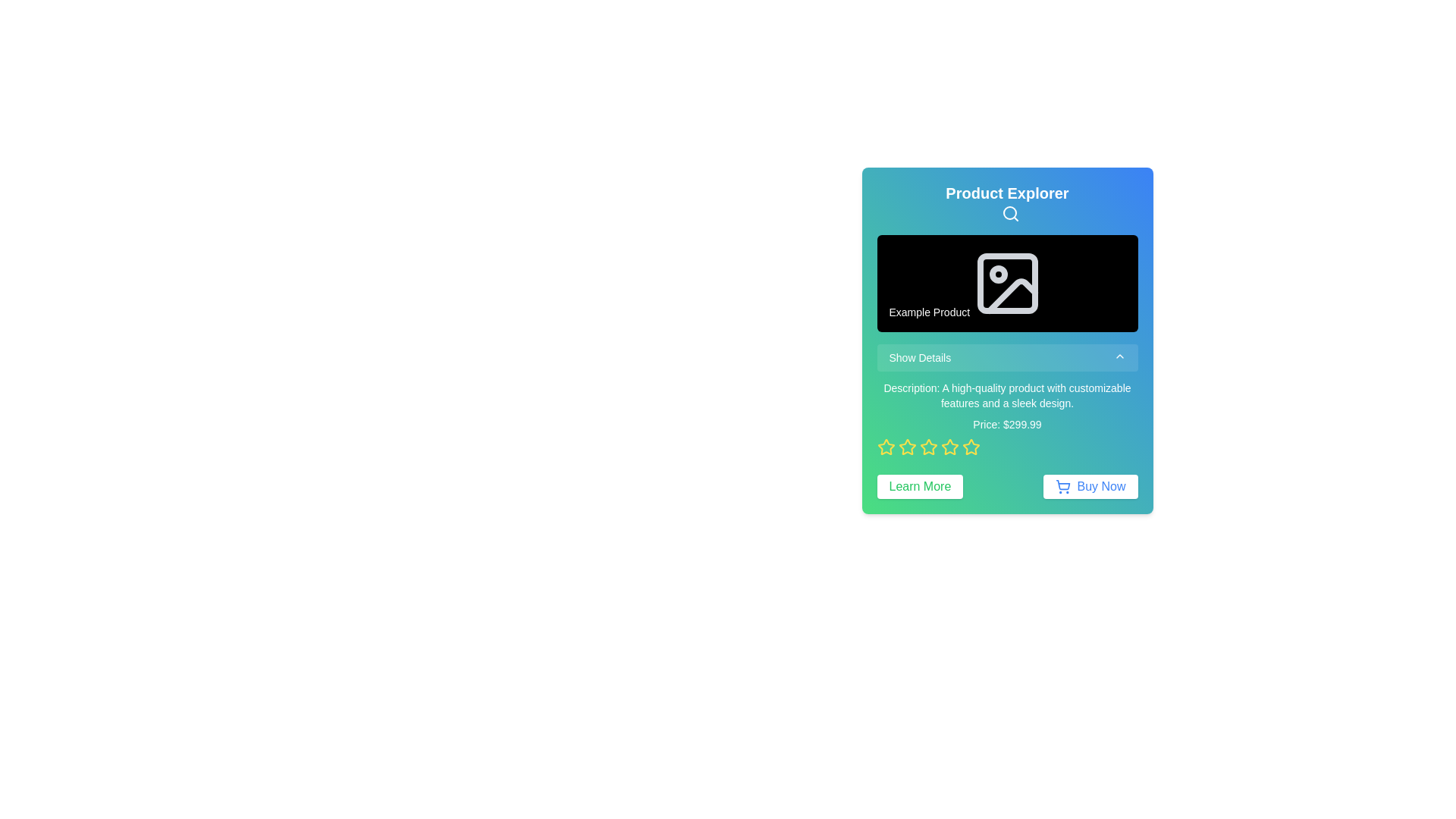 The width and height of the screenshot is (1456, 819). I want to click on the downward-pointing chevron icon next to the 'Show Details' text to trigger the toggle action for collapsible content, so click(1119, 356).